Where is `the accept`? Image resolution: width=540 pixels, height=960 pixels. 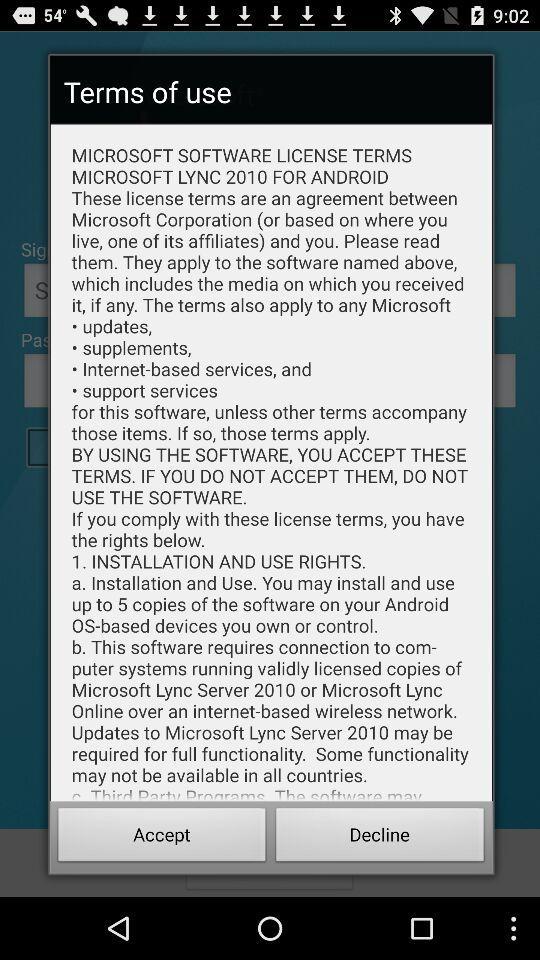 the accept is located at coordinates (161, 837).